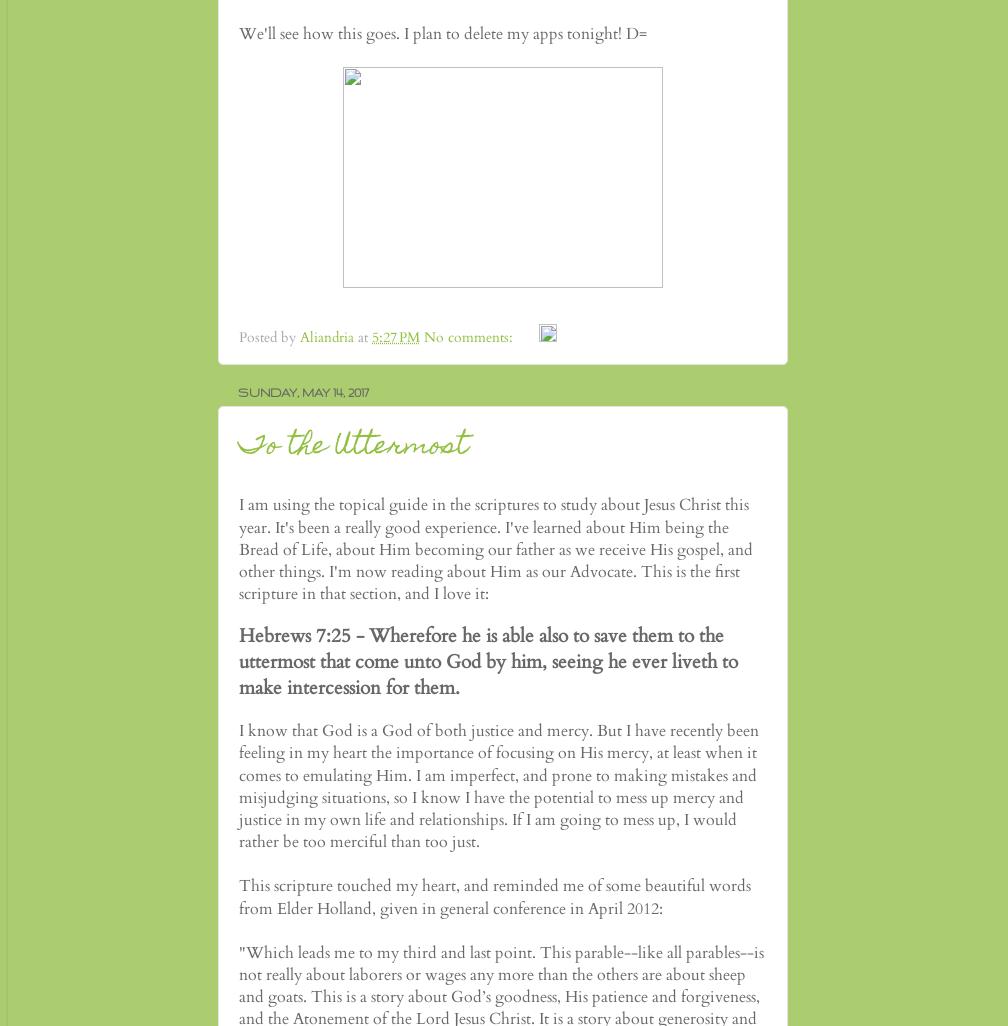 This screenshot has width=1008, height=1026. What do you see at coordinates (488, 661) in the screenshot?
I see `'Hebrews 7:25 - Wherefore he is able also to save them to the uttermost that come unto God by him, seeing he ever liveth to make intercession for them.'` at bounding box center [488, 661].